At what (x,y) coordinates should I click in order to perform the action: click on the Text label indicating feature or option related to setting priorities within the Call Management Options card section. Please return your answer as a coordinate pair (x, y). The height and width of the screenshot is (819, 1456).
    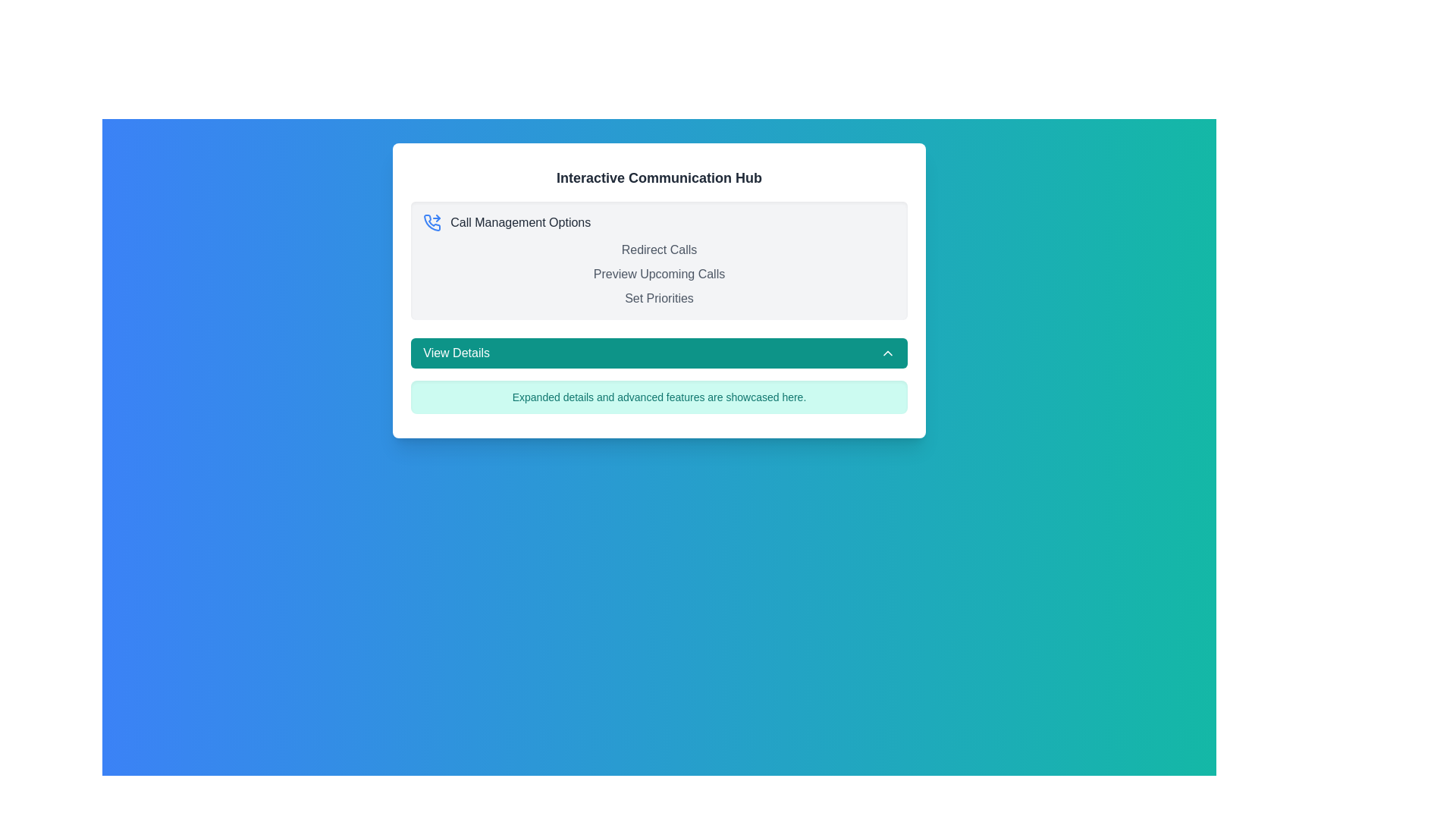
    Looking at the image, I should click on (659, 299).